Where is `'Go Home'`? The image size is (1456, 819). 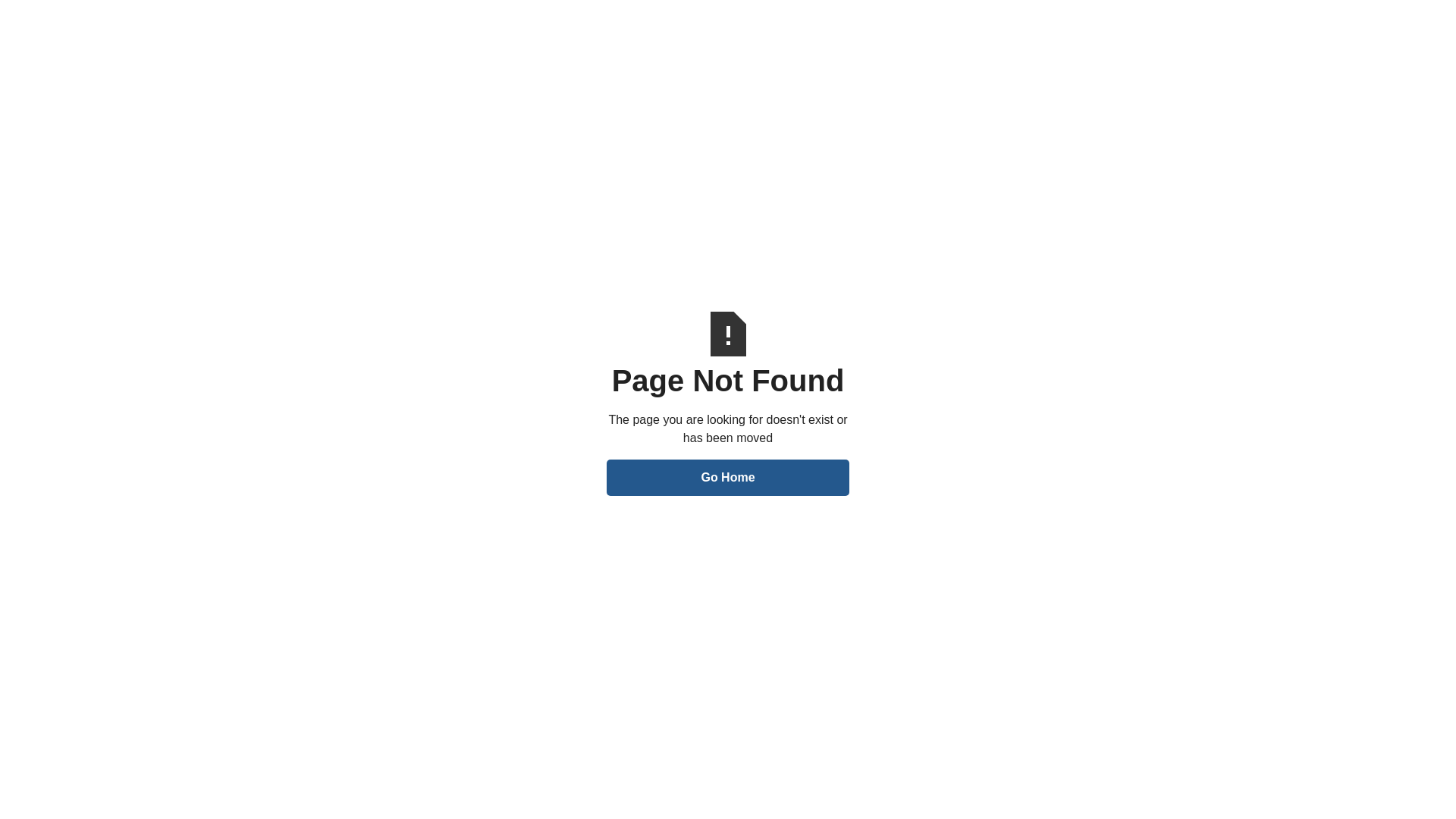
'Go Home' is located at coordinates (728, 476).